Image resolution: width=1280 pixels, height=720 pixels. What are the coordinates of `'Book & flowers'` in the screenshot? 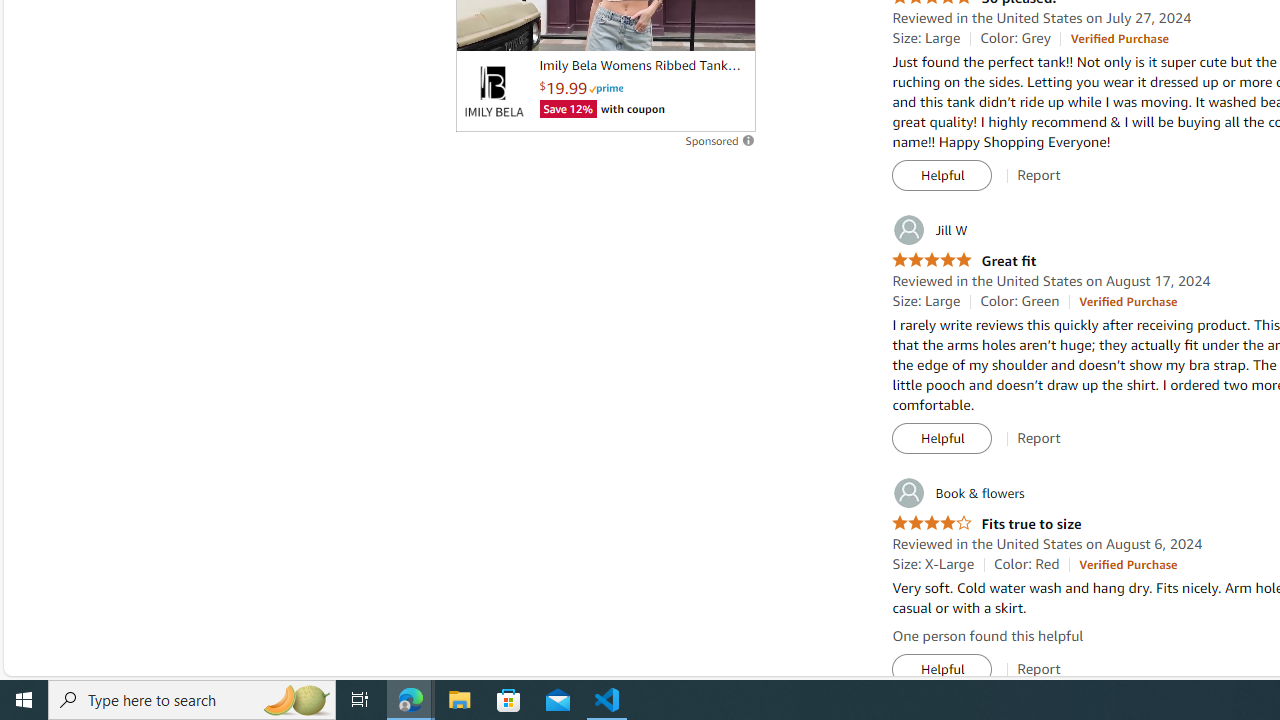 It's located at (957, 493).